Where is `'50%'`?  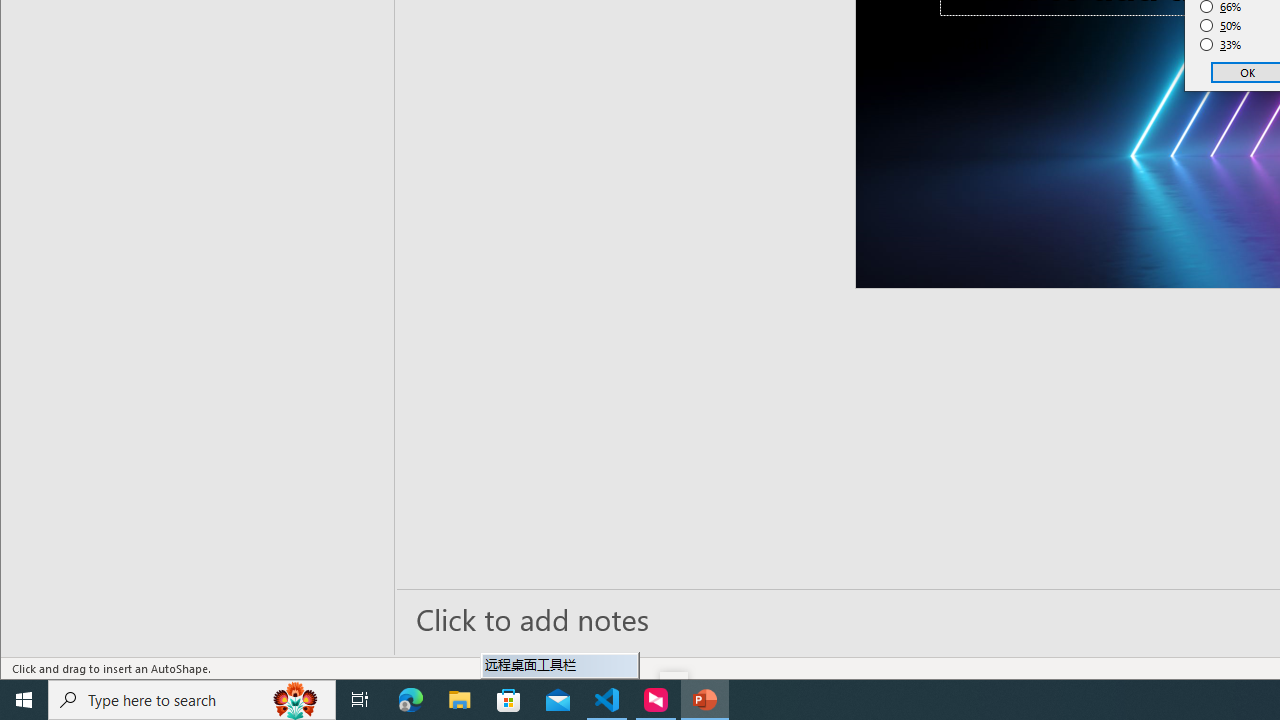
'50%' is located at coordinates (1220, 25).